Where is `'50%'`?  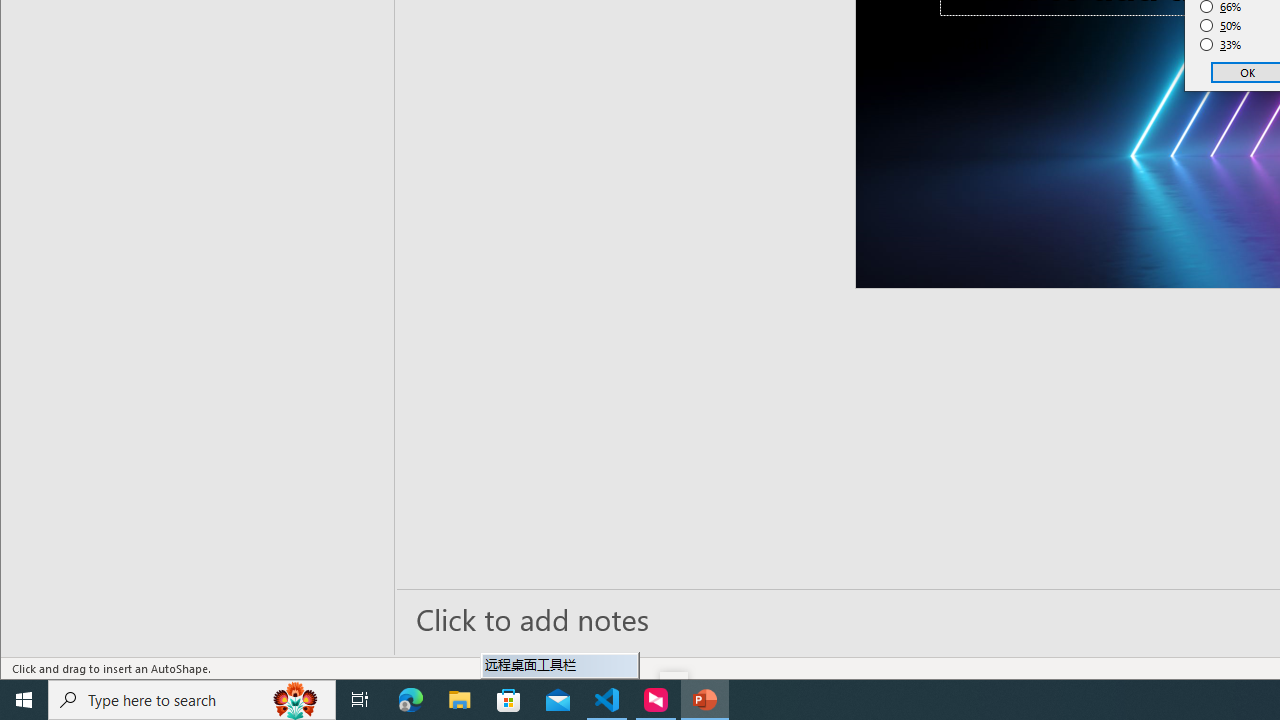
'50%' is located at coordinates (1220, 25).